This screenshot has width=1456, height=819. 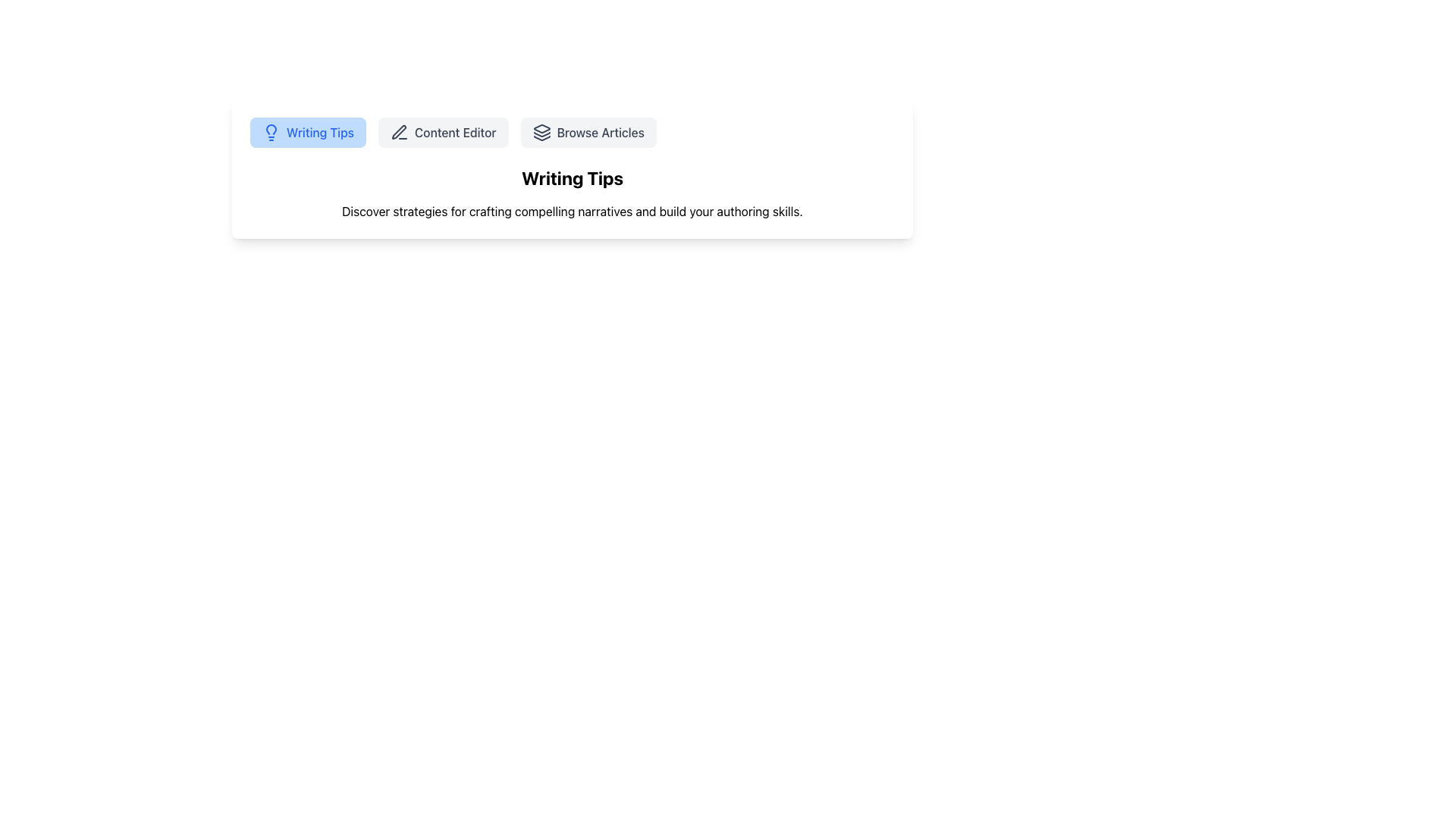 I want to click on the third button labeled 'Browse Articles' located under the 'Writing Tips' section, so click(x=588, y=131).